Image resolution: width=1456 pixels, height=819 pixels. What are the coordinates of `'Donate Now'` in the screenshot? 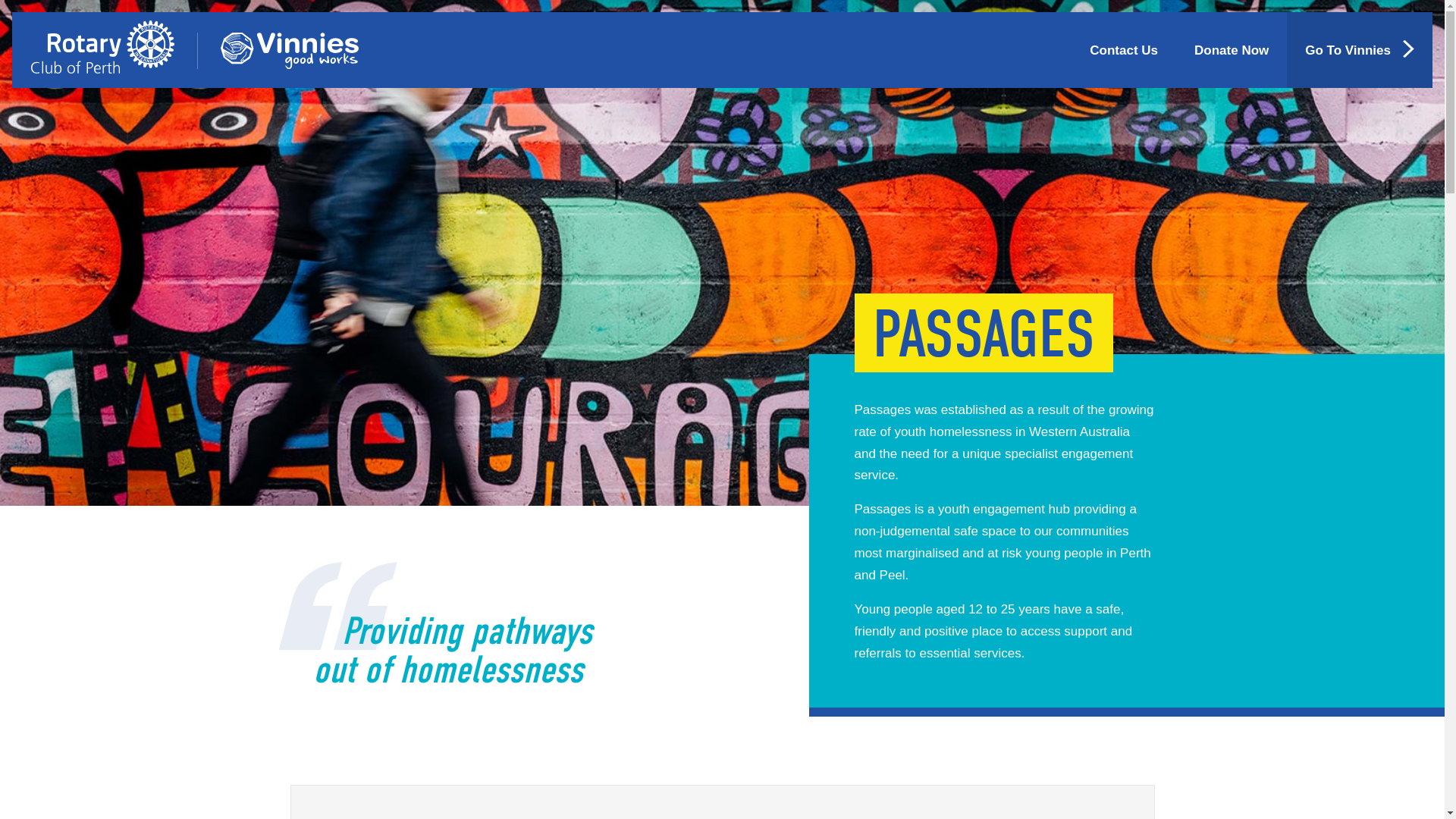 It's located at (1231, 49).